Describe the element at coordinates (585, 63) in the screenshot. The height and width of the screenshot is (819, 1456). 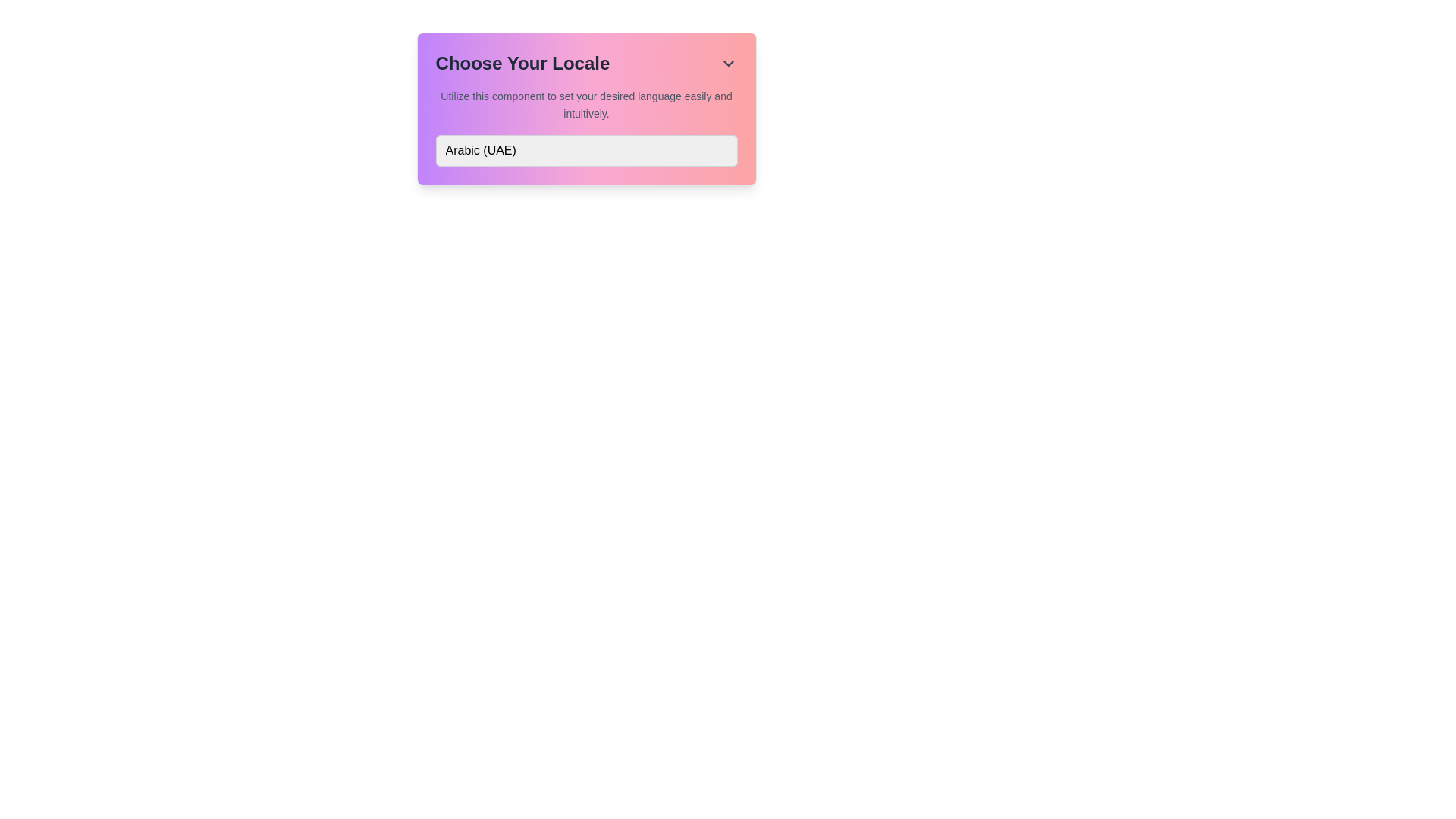
I see `the 'Choose Your Locale' text label or its accompanying dropdown indicator icon` at that location.